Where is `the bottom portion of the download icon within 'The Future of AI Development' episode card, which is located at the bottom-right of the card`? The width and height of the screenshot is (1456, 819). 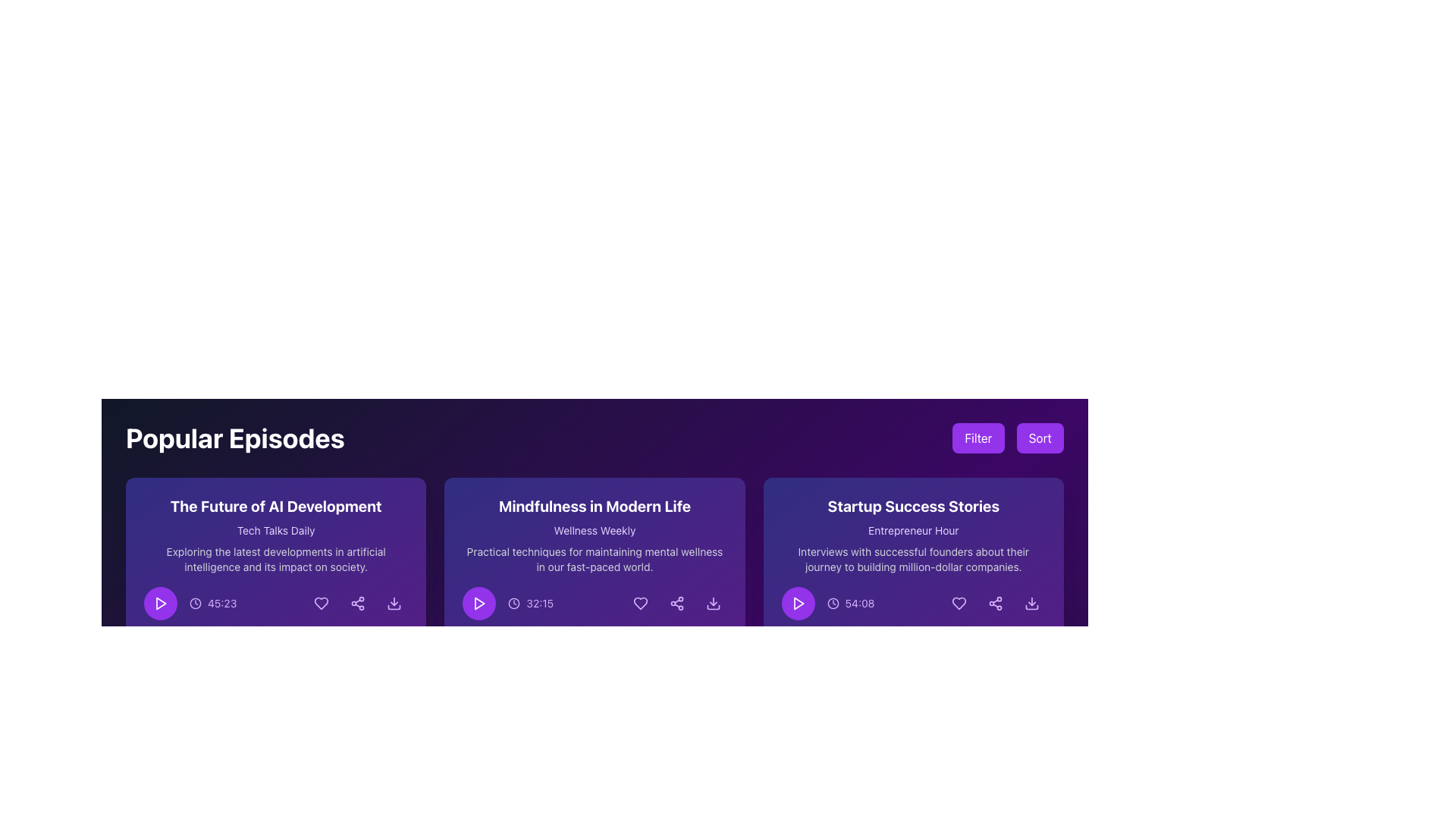
the bottom portion of the download icon within 'The Future of AI Development' episode card, which is located at the bottom-right of the card is located at coordinates (394, 607).